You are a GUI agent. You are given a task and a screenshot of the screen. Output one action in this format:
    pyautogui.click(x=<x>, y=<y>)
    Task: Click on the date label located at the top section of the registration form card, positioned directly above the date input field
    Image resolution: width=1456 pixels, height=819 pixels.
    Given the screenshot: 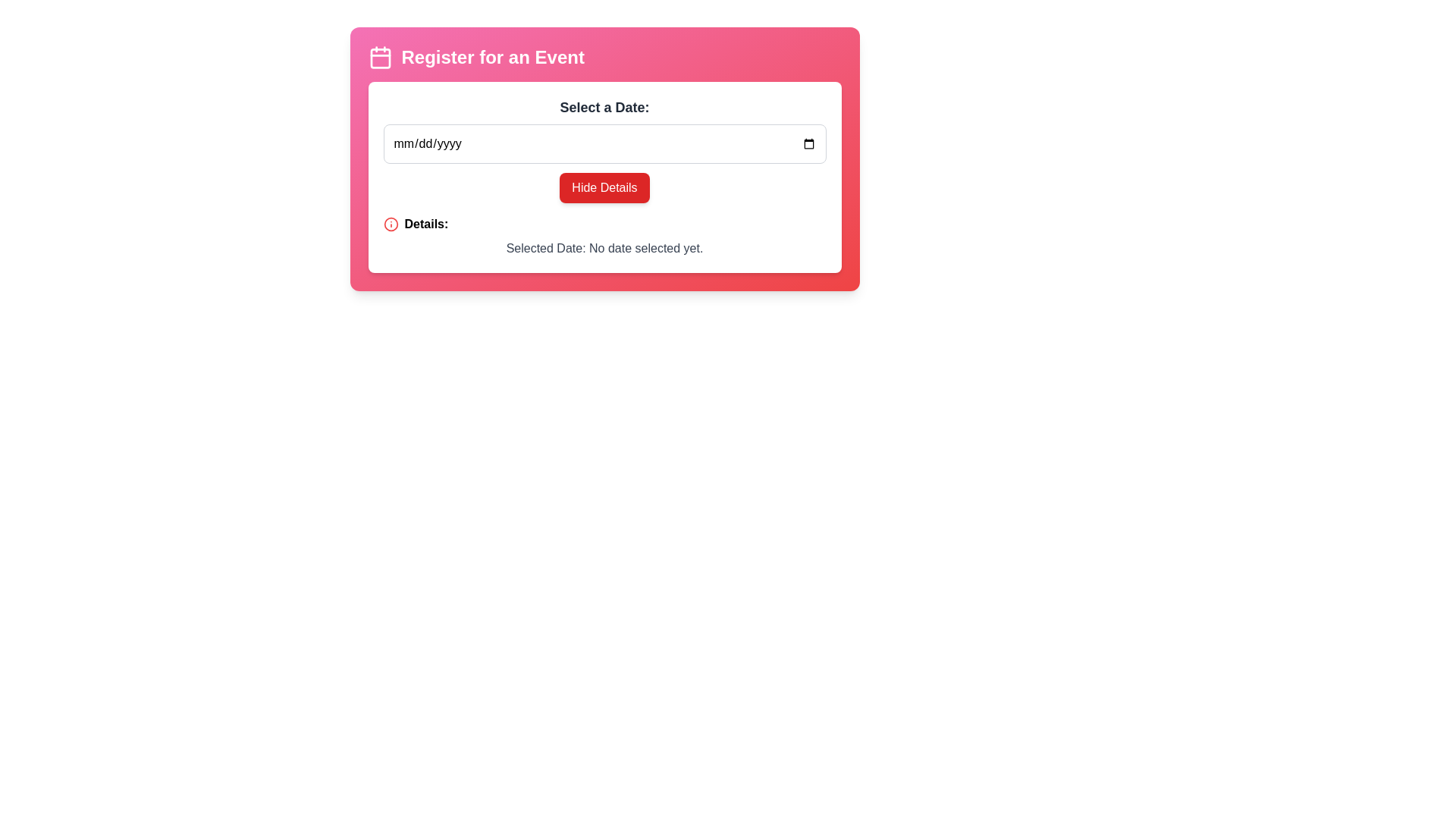 What is the action you would take?
    pyautogui.click(x=604, y=107)
    